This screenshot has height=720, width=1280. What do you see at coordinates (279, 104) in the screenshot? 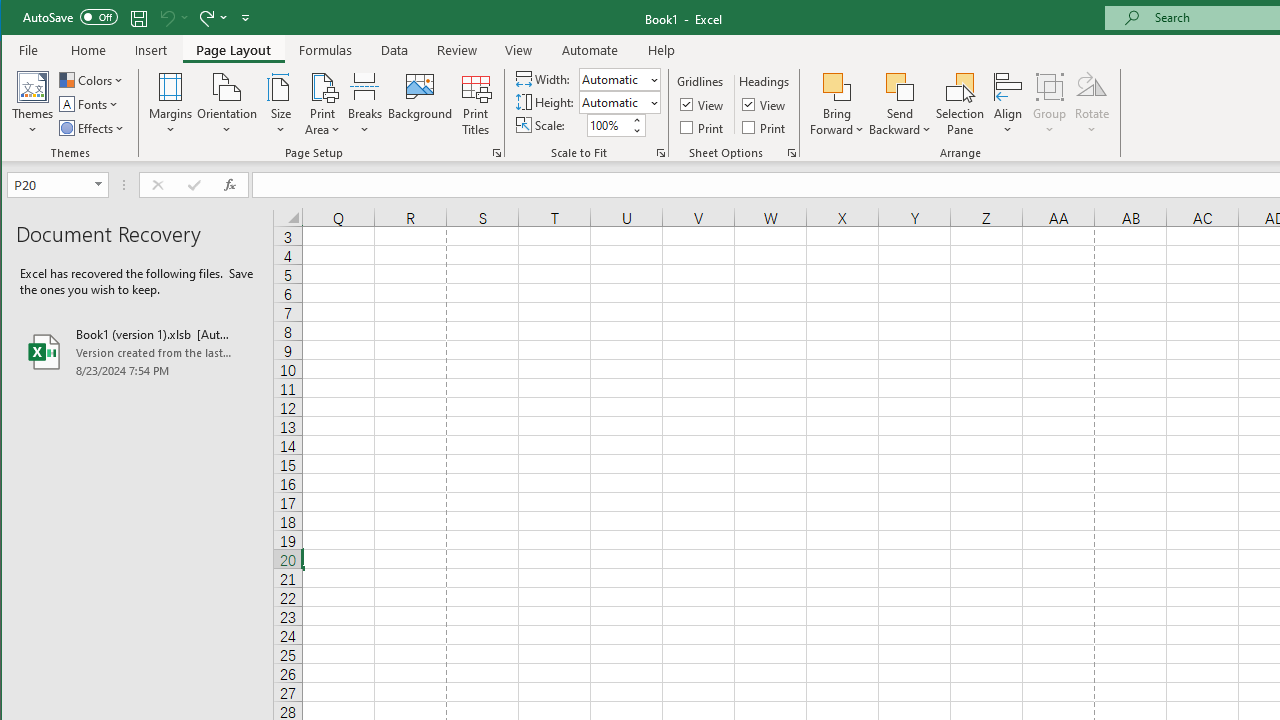
I see `'Size'` at bounding box center [279, 104].